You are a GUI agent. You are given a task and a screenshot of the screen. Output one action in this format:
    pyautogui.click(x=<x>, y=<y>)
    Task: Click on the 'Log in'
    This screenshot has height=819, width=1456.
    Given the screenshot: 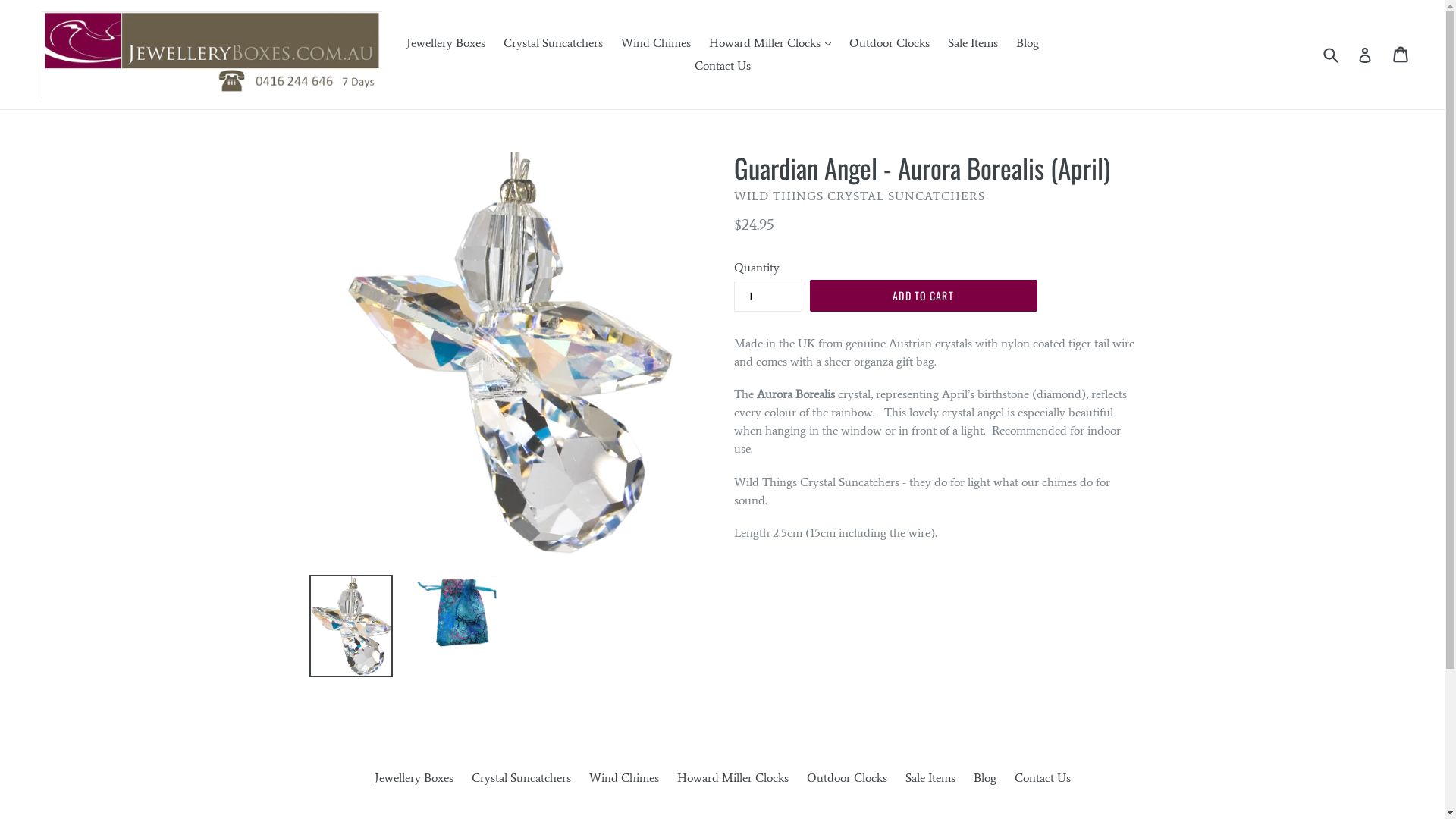 What is the action you would take?
    pyautogui.click(x=1365, y=54)
    